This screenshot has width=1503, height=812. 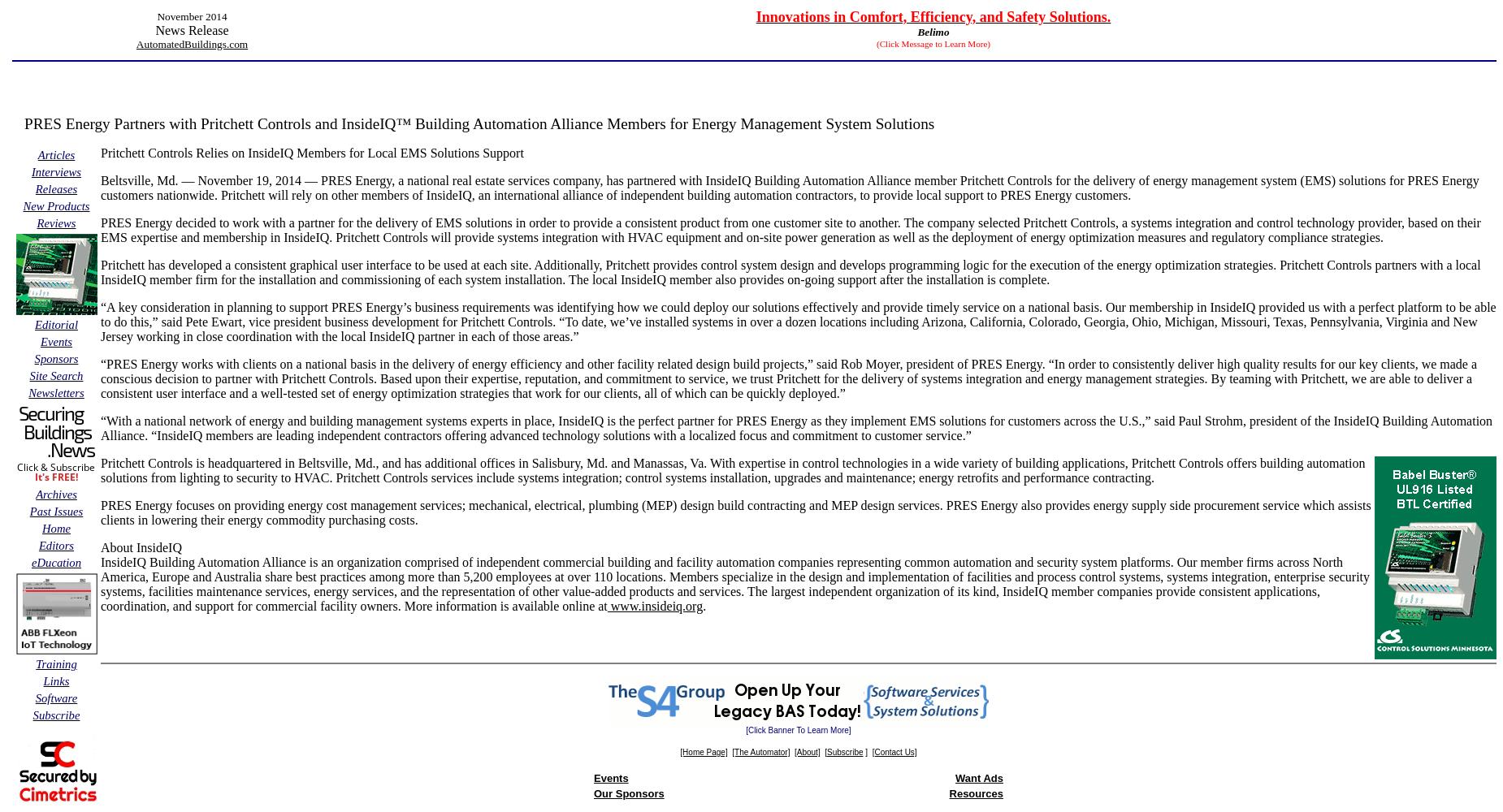 I want to click on 'Pritchett Controls Relies on InsideIQ Members for Local EMS Solutions Support', so click(x=99, y=153).